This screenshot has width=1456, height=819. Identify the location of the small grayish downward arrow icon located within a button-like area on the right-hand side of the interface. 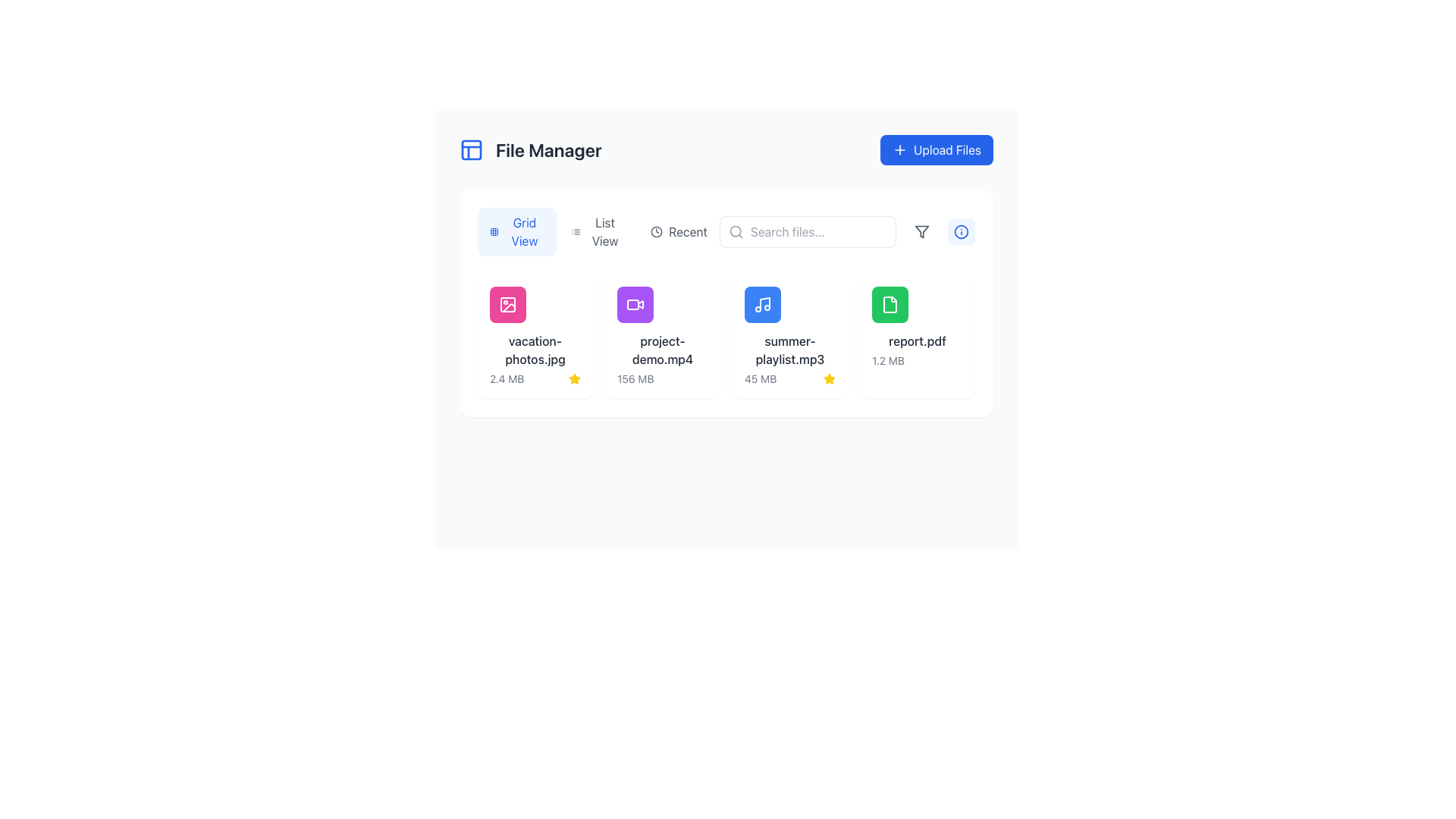
(758, 376).